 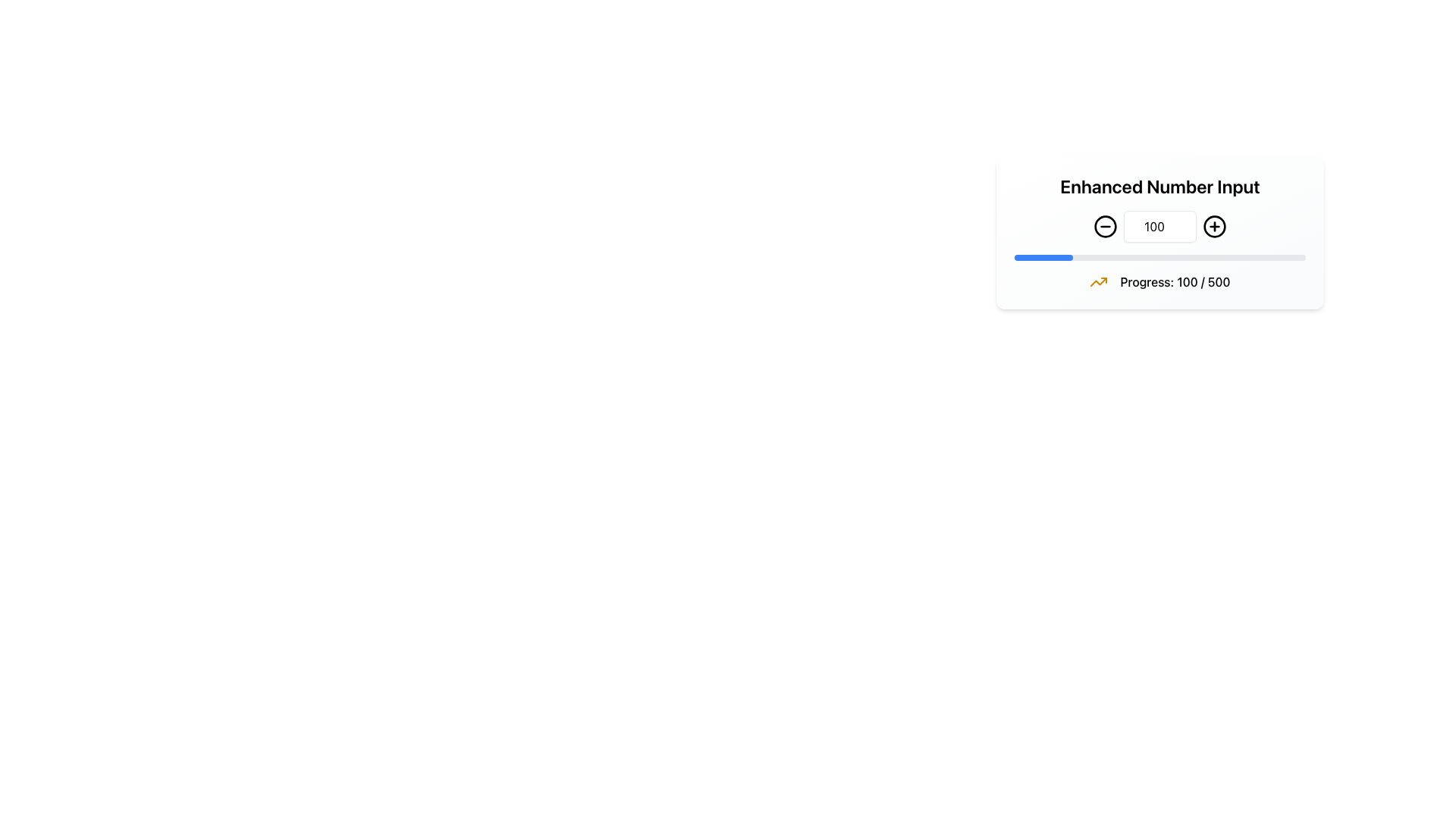 What do you see at coordinates (1159, 192) in the screenshot?
I see `the title text element that serves as a label for the number input functionality, located at the top of the rectangular card component` at bounding box center [1159, 192].